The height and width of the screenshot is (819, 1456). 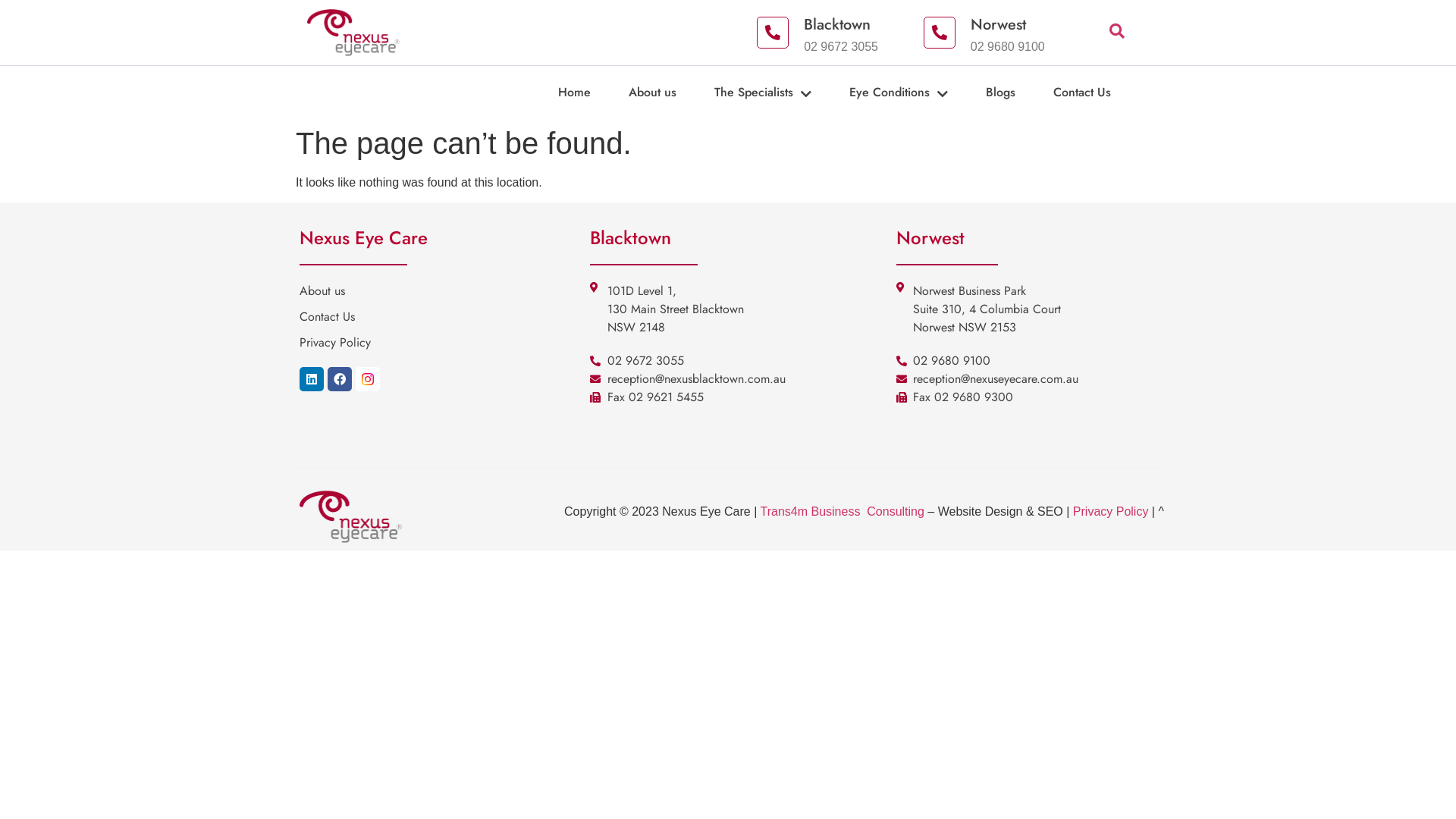 I want to click on 'Contact Us', so click(x=1100, y=93).